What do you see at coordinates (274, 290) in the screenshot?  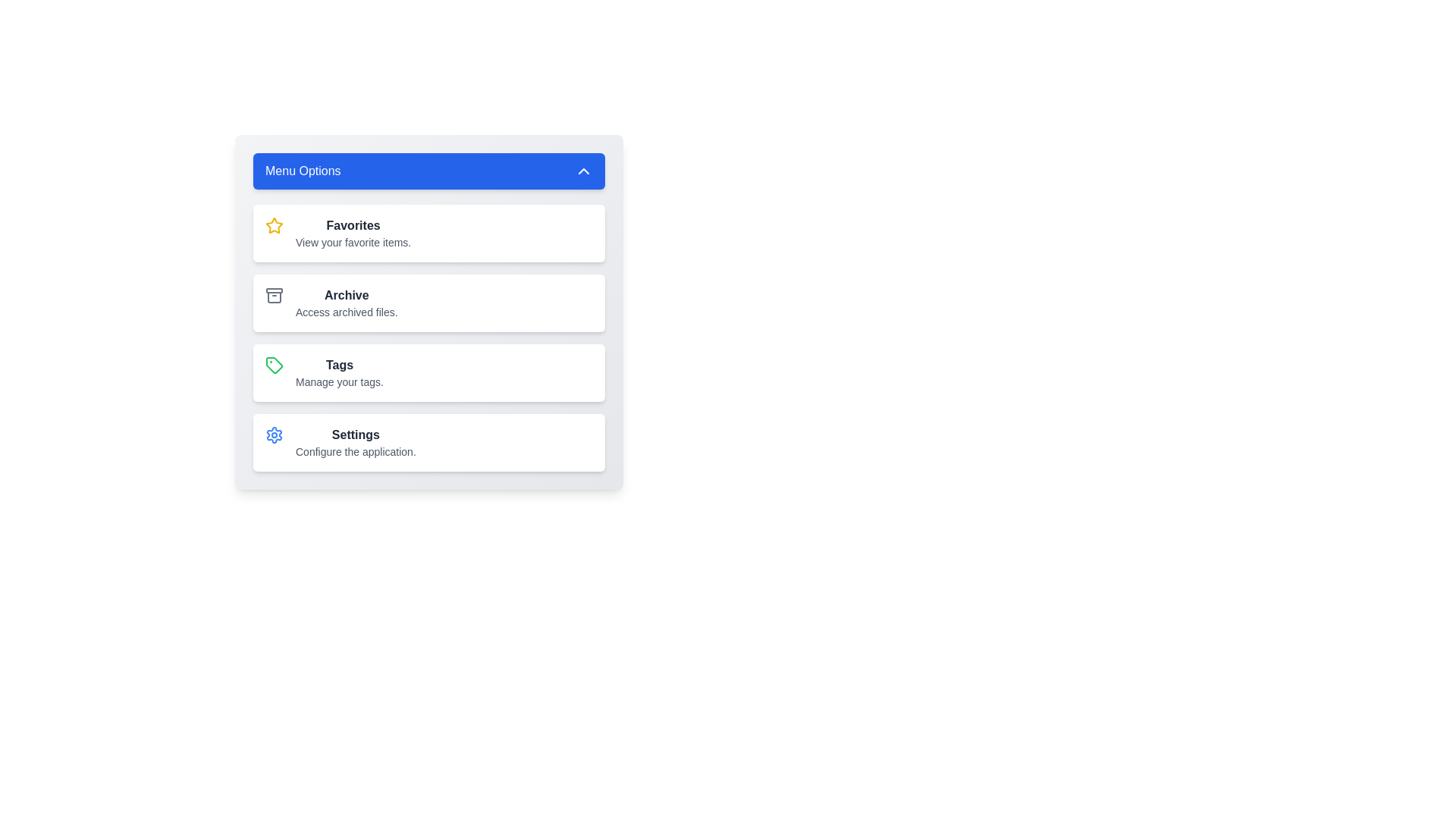 I see `the rounded gray rectangle that is part of the 'Archive' menu icon, located to the left of the text label 'Archive: Access archived files.'` at bounding box center [274, 290].